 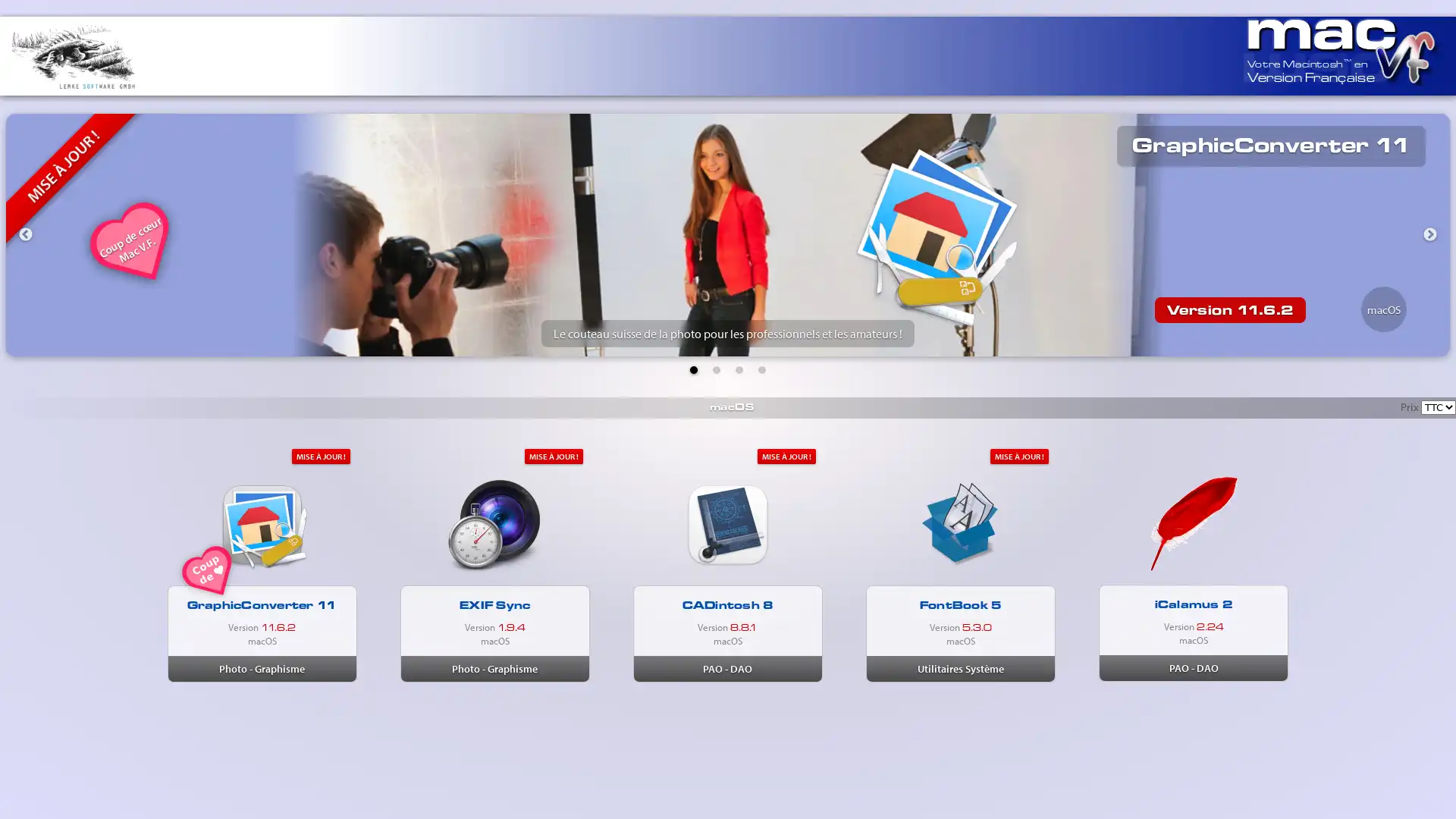 I want to click on Previous, so click(x=25, y=234).